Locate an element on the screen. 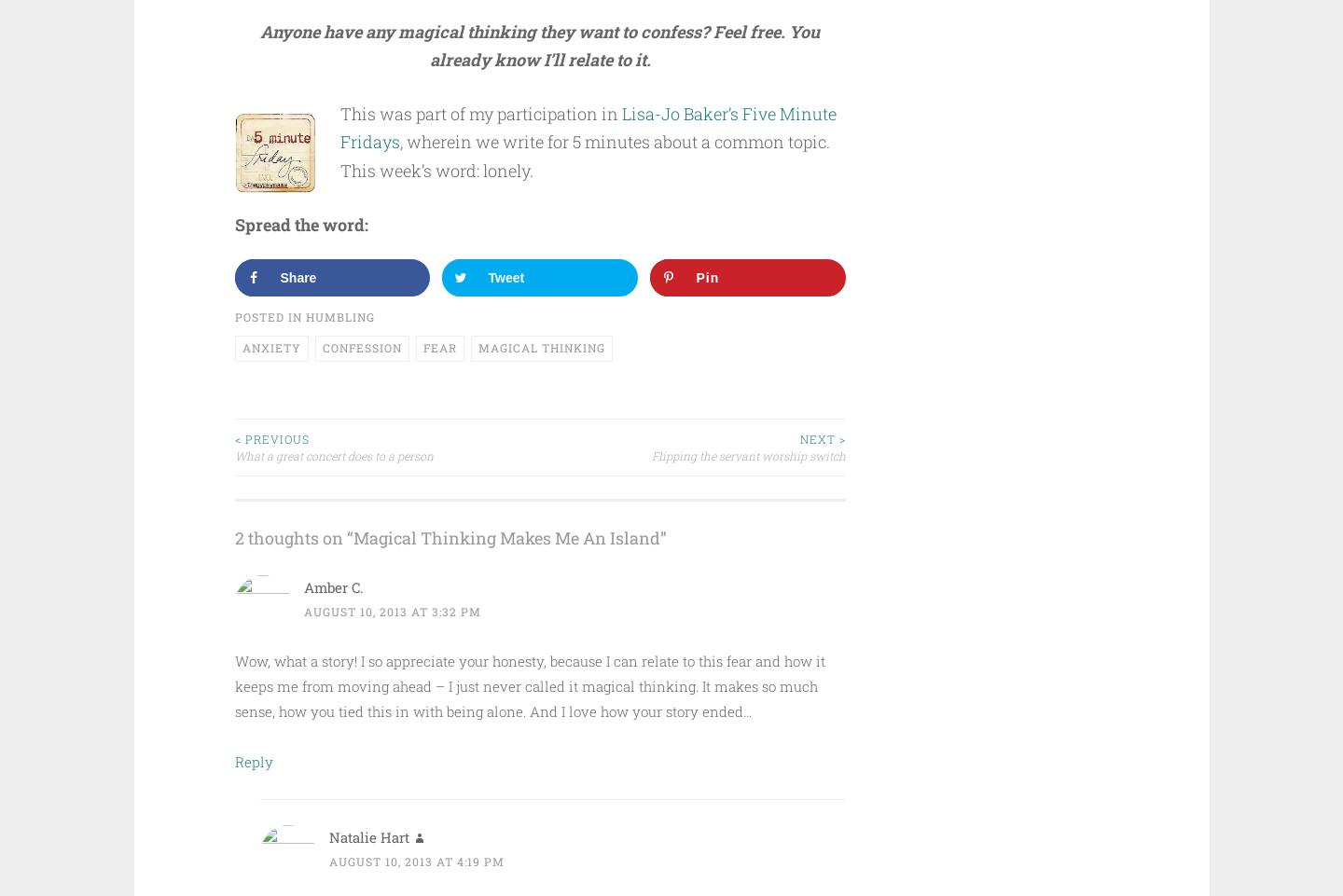  'confession' is located at coordinates (322, 346).